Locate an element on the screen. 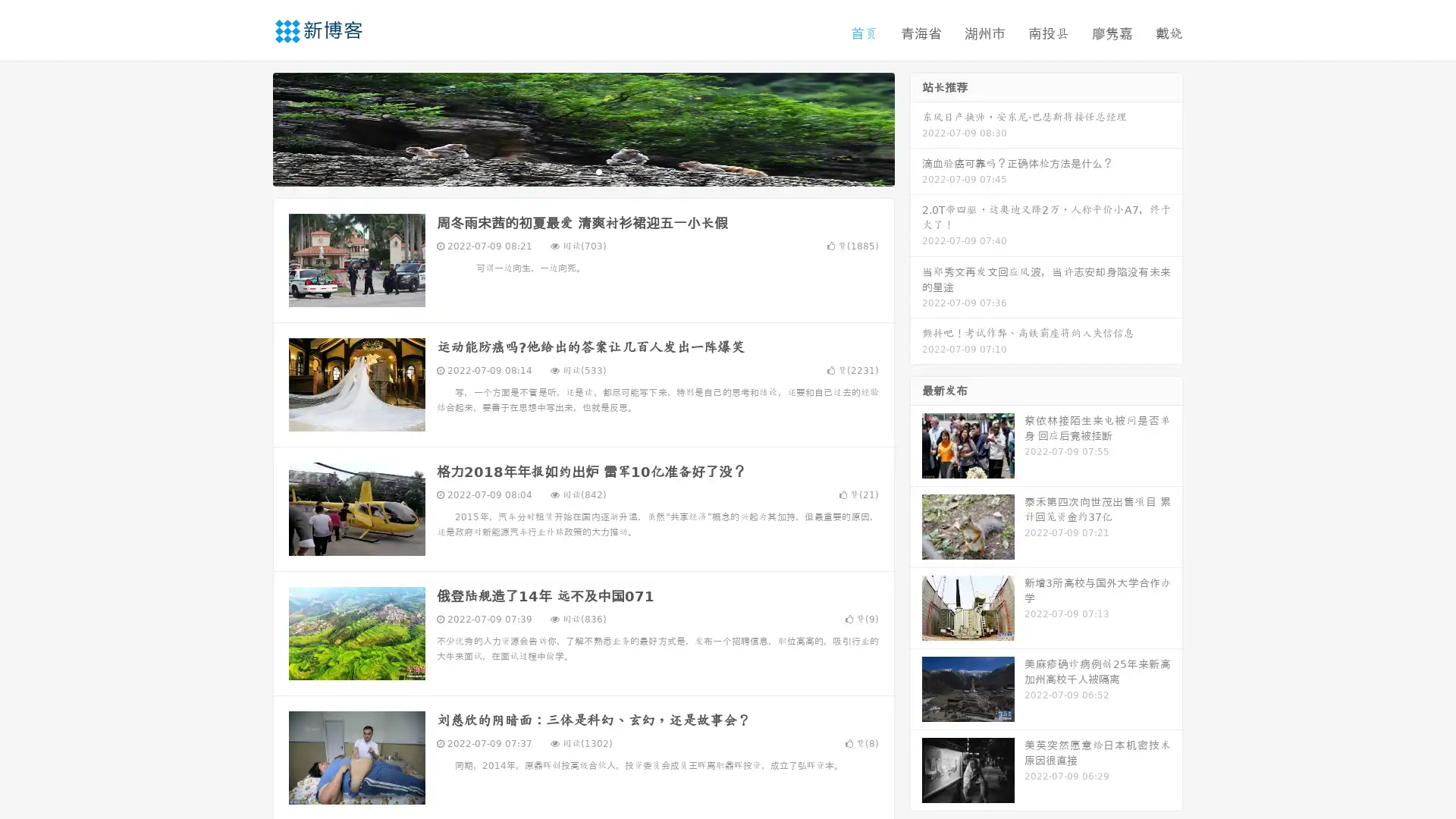 This screenshot has width=1456, height=819. Previous slide is located at coordinates (250, 127).